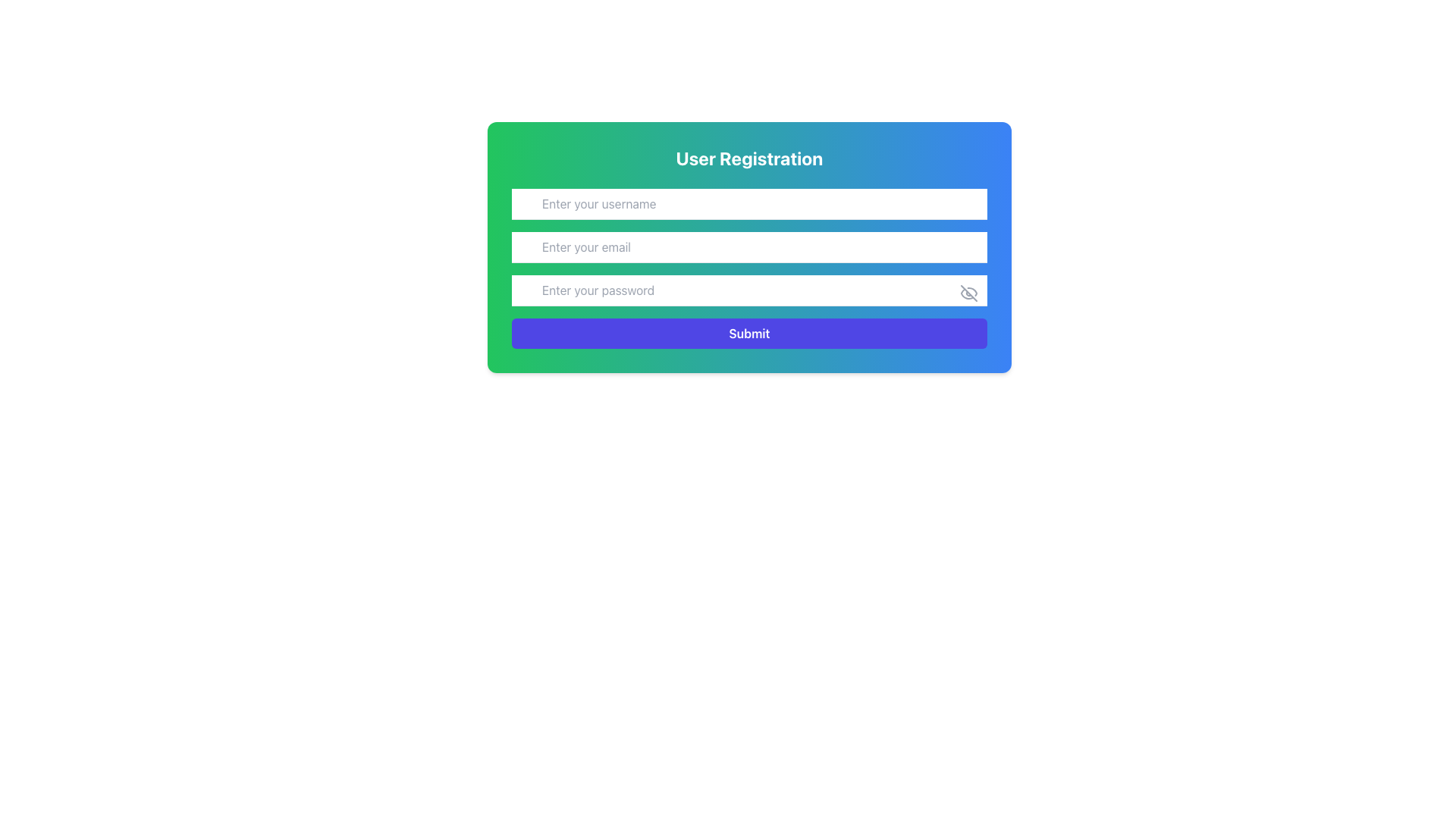 This screenshot has width=1456, height=819. What do you see at coordinates (968, 293) in the screenshot?
I see `the password visibility toggle button, which is styled with an eye icon with a slash through it, located at the top right corner inside the password input field` at bounding box center [968, 293].